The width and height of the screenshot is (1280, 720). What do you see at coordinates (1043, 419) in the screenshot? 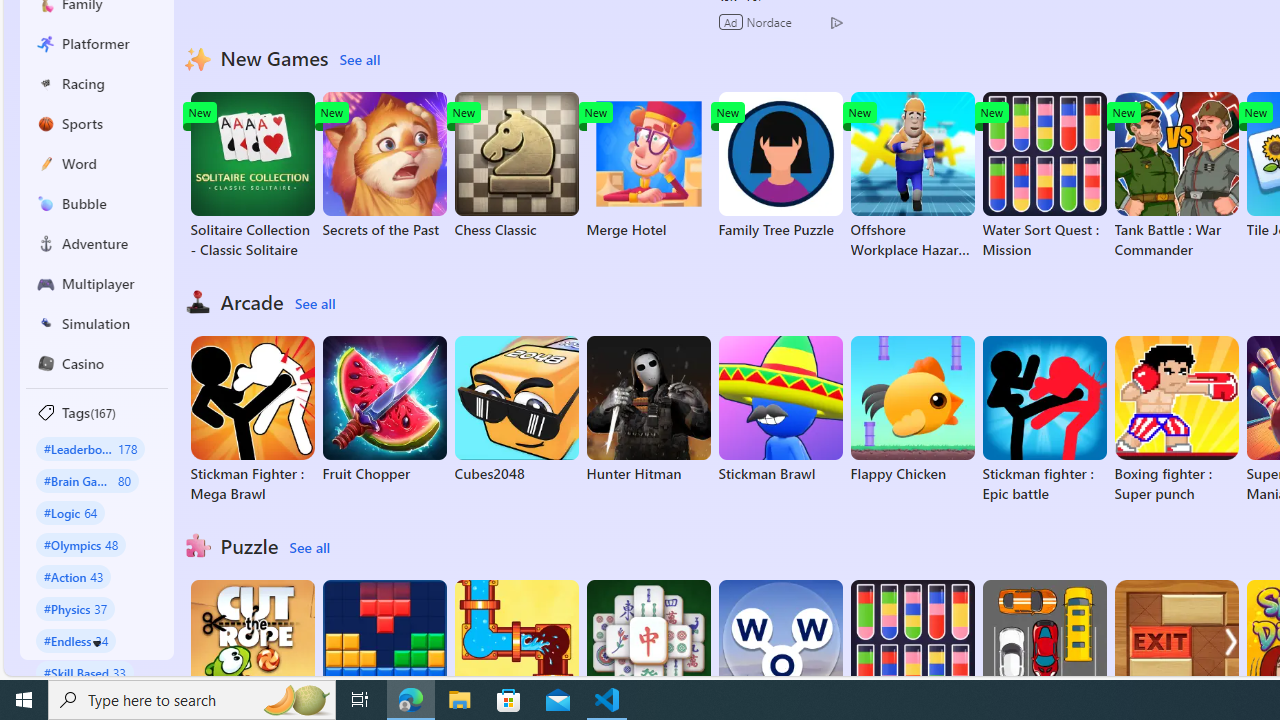
I see `'Stickman fighter : Epic battle'` at bounding box center [1043, 419].